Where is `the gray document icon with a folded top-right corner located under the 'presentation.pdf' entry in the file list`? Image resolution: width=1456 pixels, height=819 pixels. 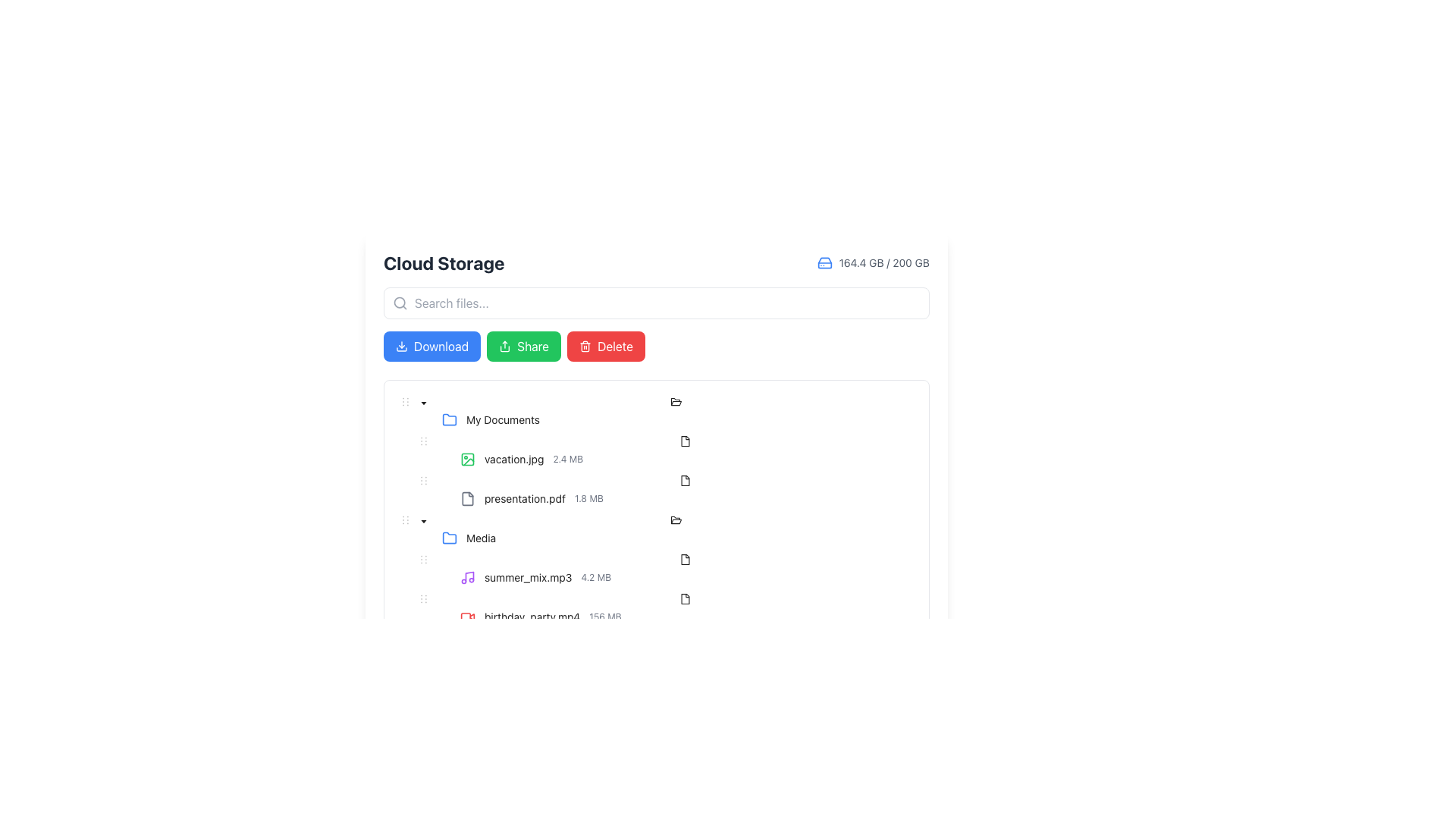
the gray document icon with a folded top-right corner located under the 'presentation.pdf' entry in the file list is located at coordinates (467, 499).